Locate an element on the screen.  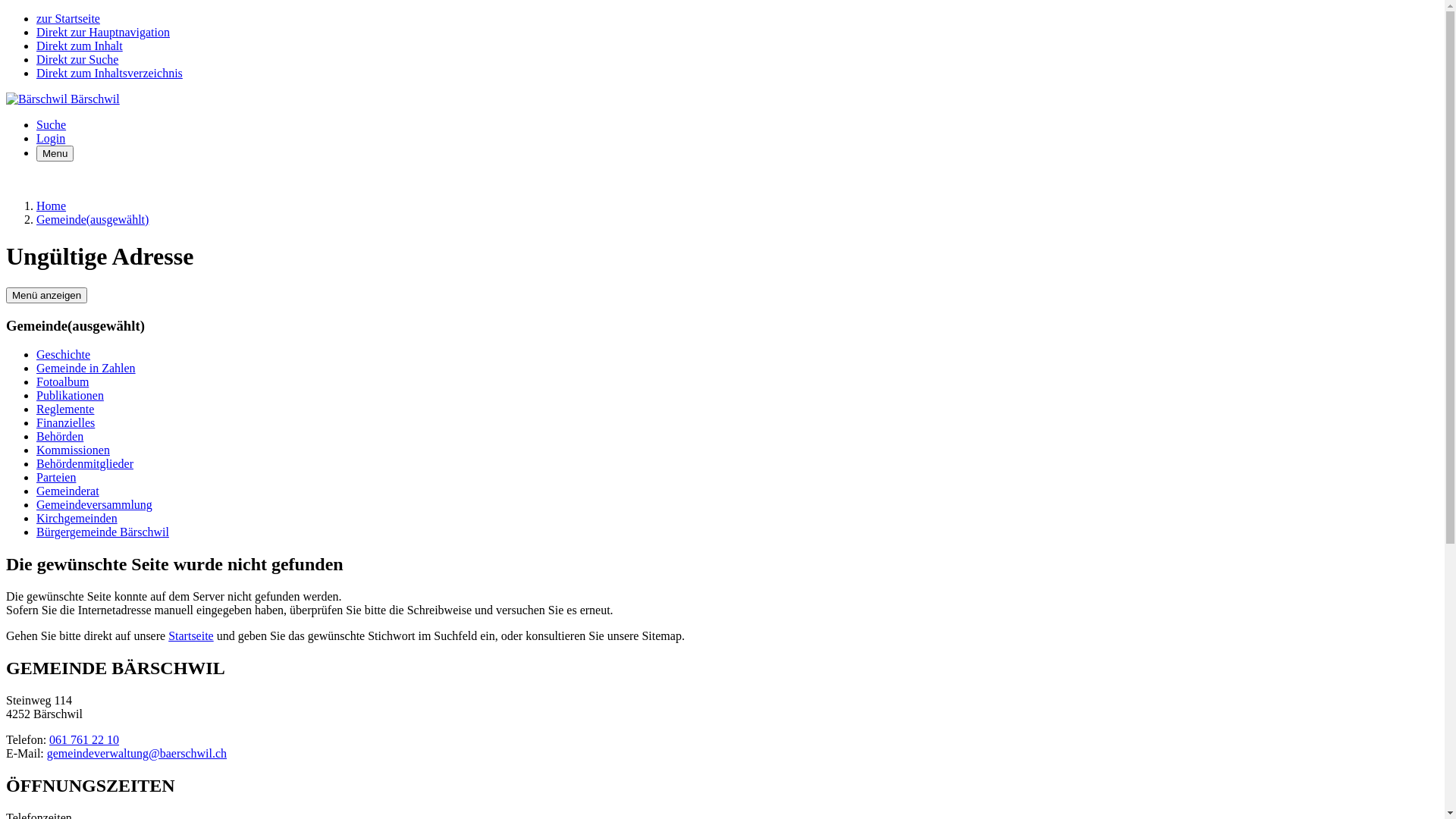
'Geschichte' is located at coordinates (62, 354).